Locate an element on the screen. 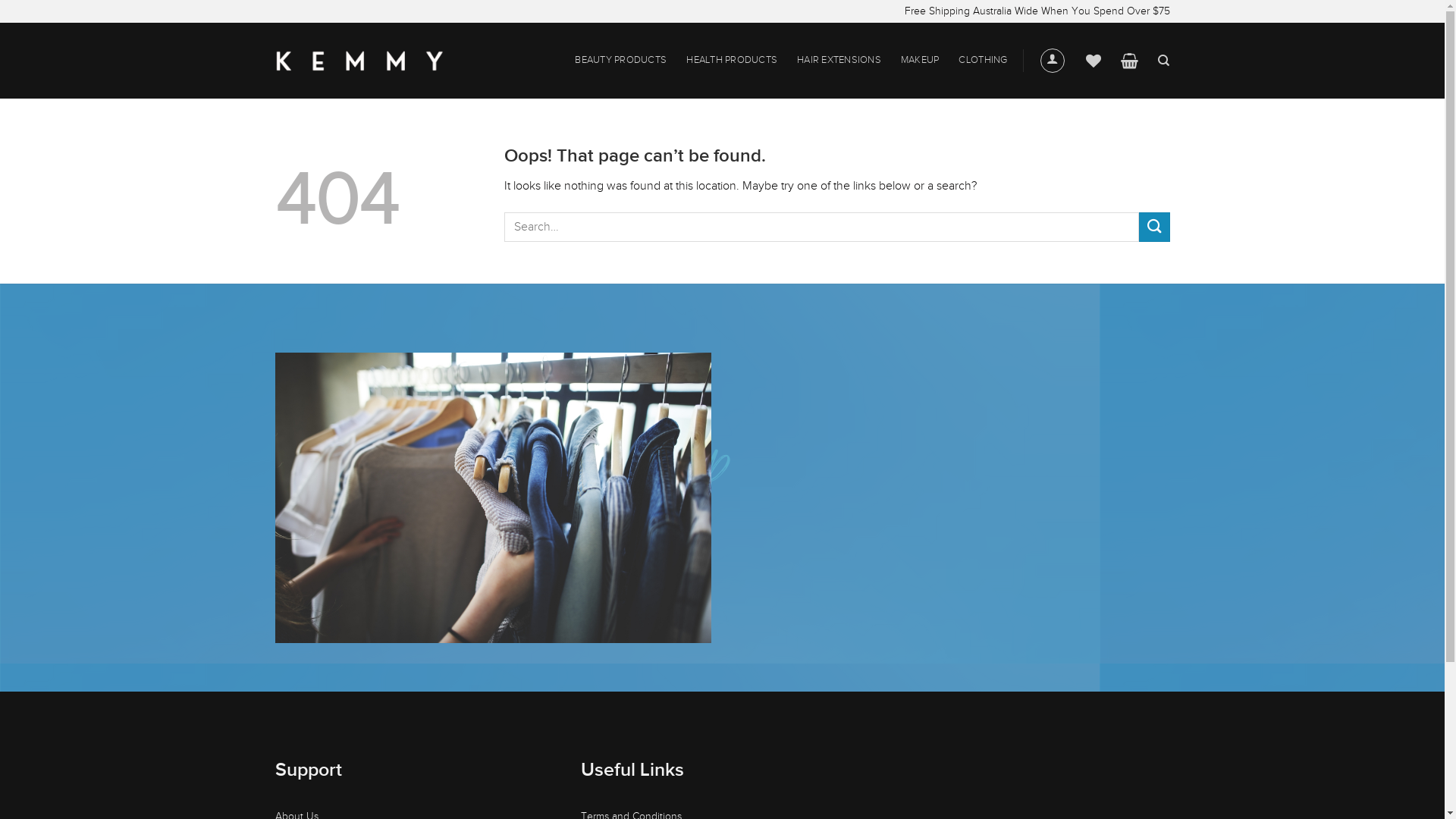  'MAKEUP' is located at coordinates (919, 60).